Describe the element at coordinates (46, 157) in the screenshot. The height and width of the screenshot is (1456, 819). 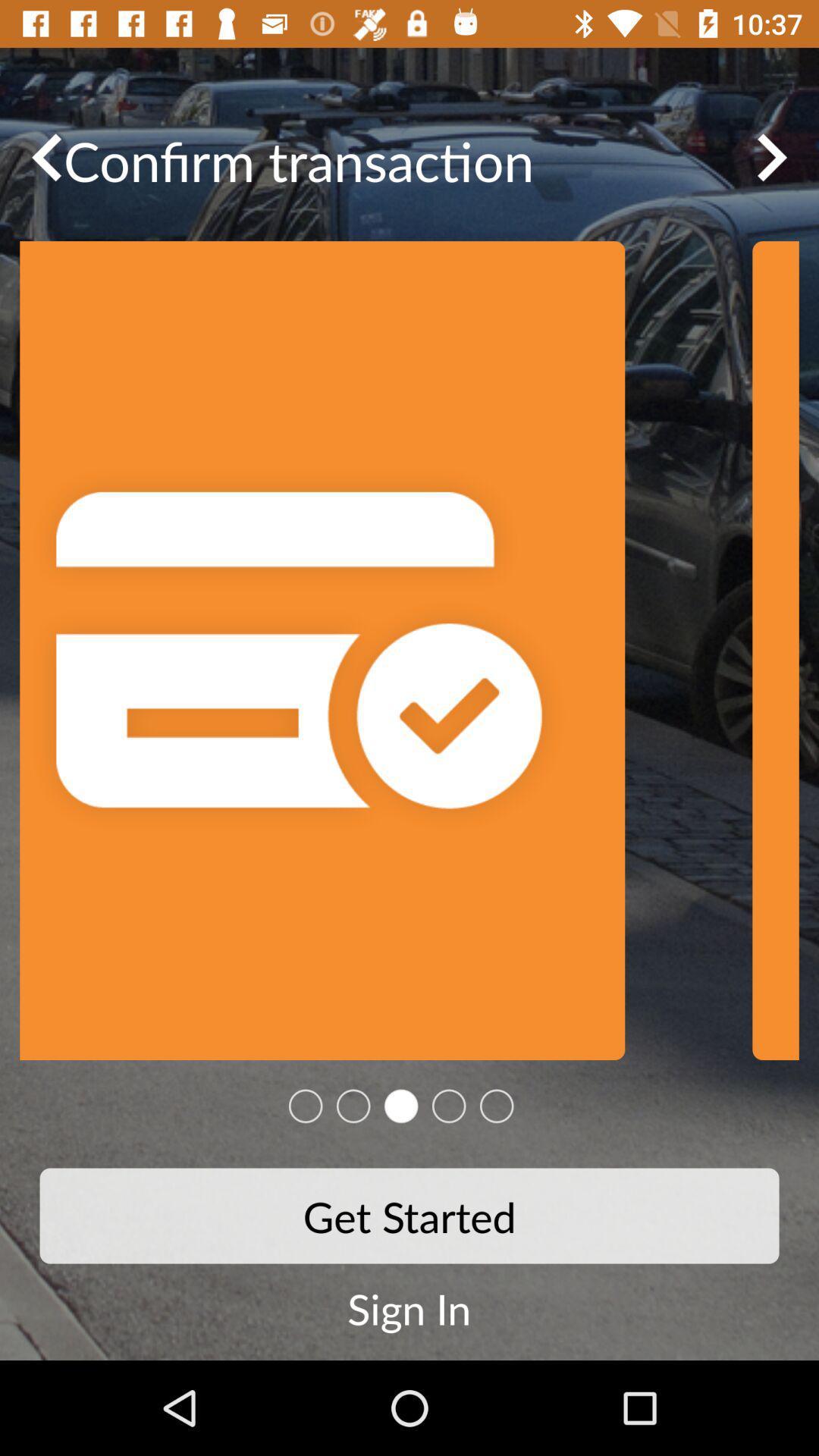
I see `the arrow_backward icon` at that location.